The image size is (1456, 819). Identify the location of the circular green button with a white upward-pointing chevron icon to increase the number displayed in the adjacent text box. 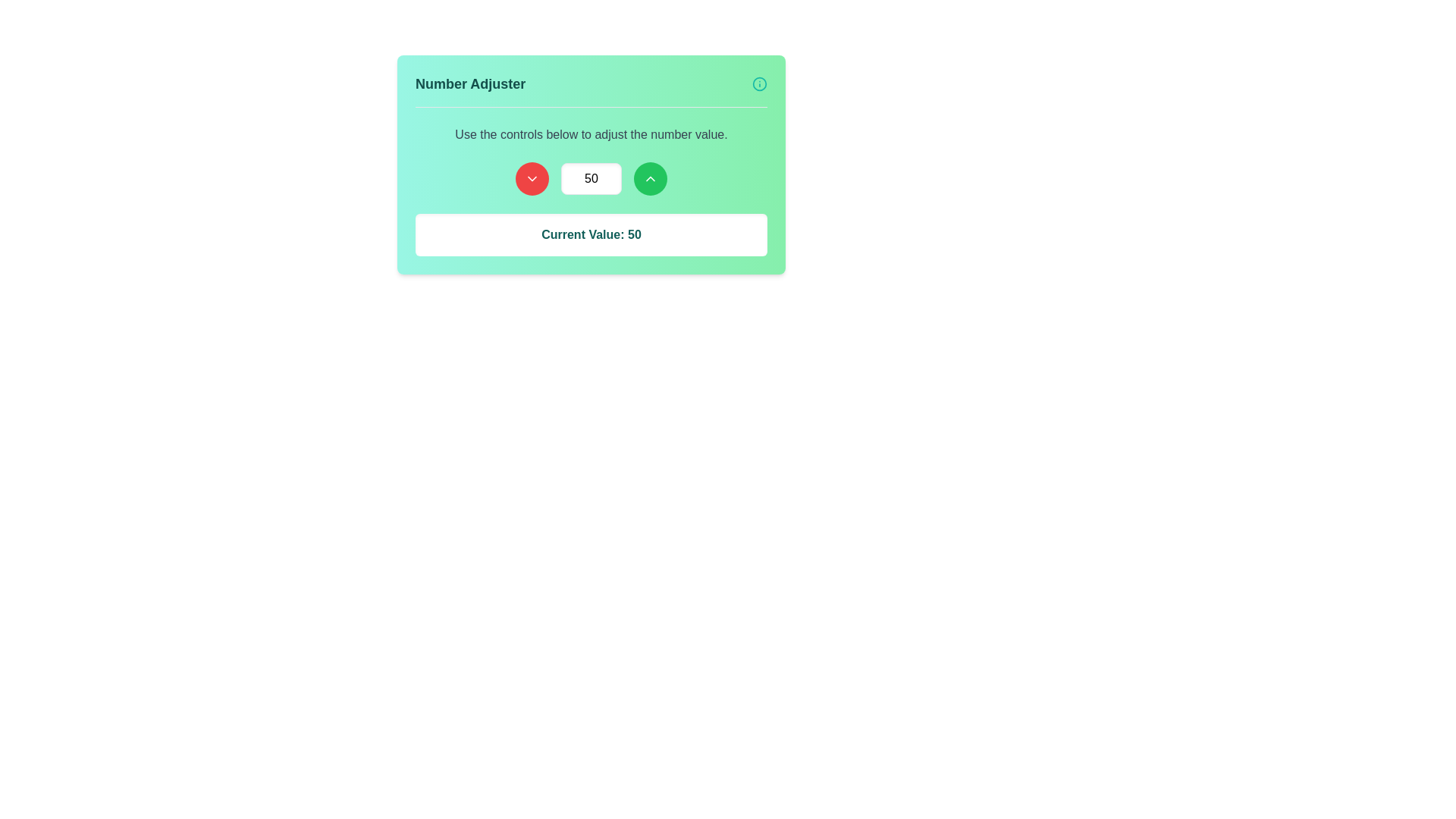
(651, 177).